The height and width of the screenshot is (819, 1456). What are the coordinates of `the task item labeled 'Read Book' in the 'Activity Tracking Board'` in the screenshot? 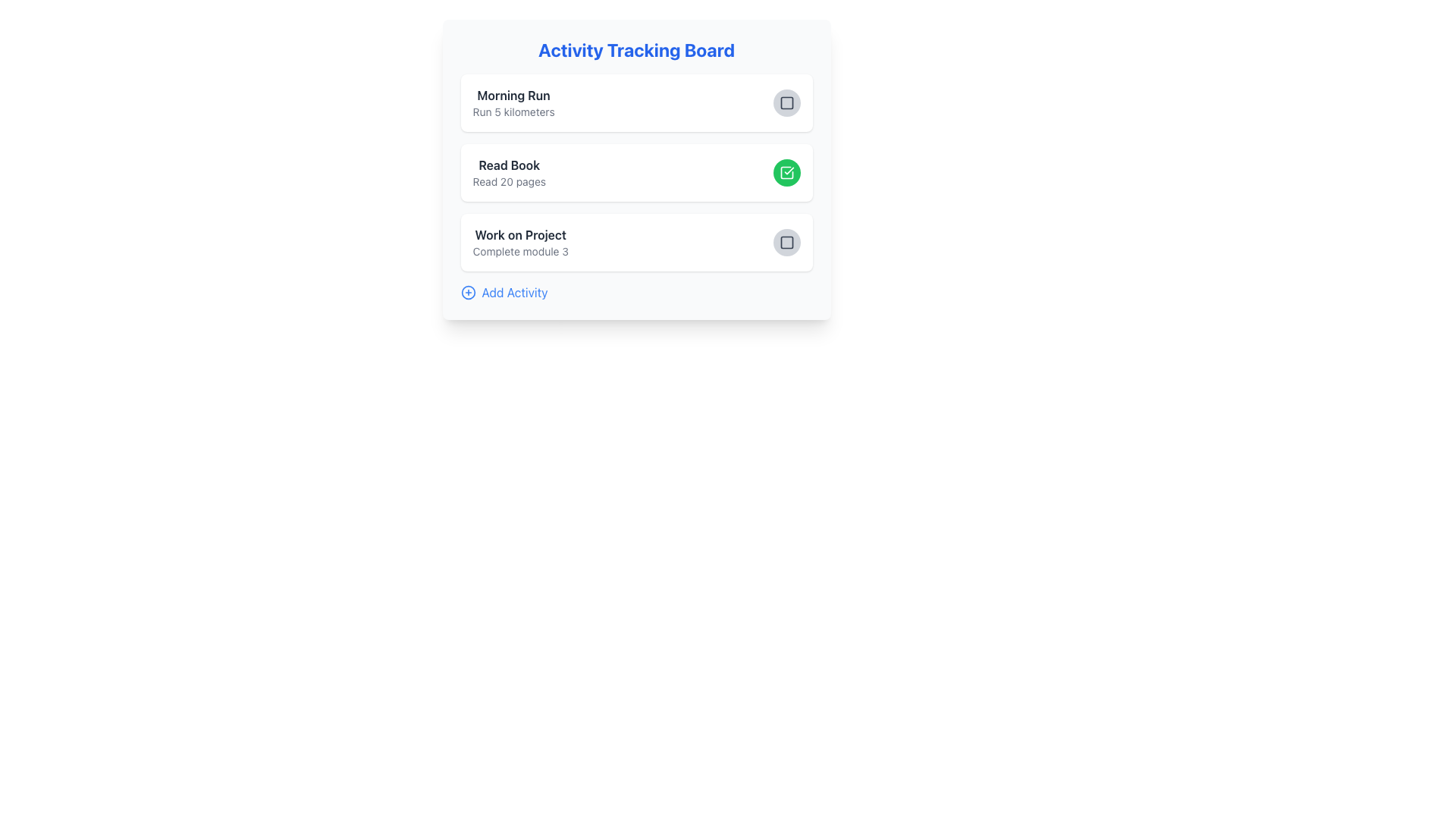 It's located at (636, 187).